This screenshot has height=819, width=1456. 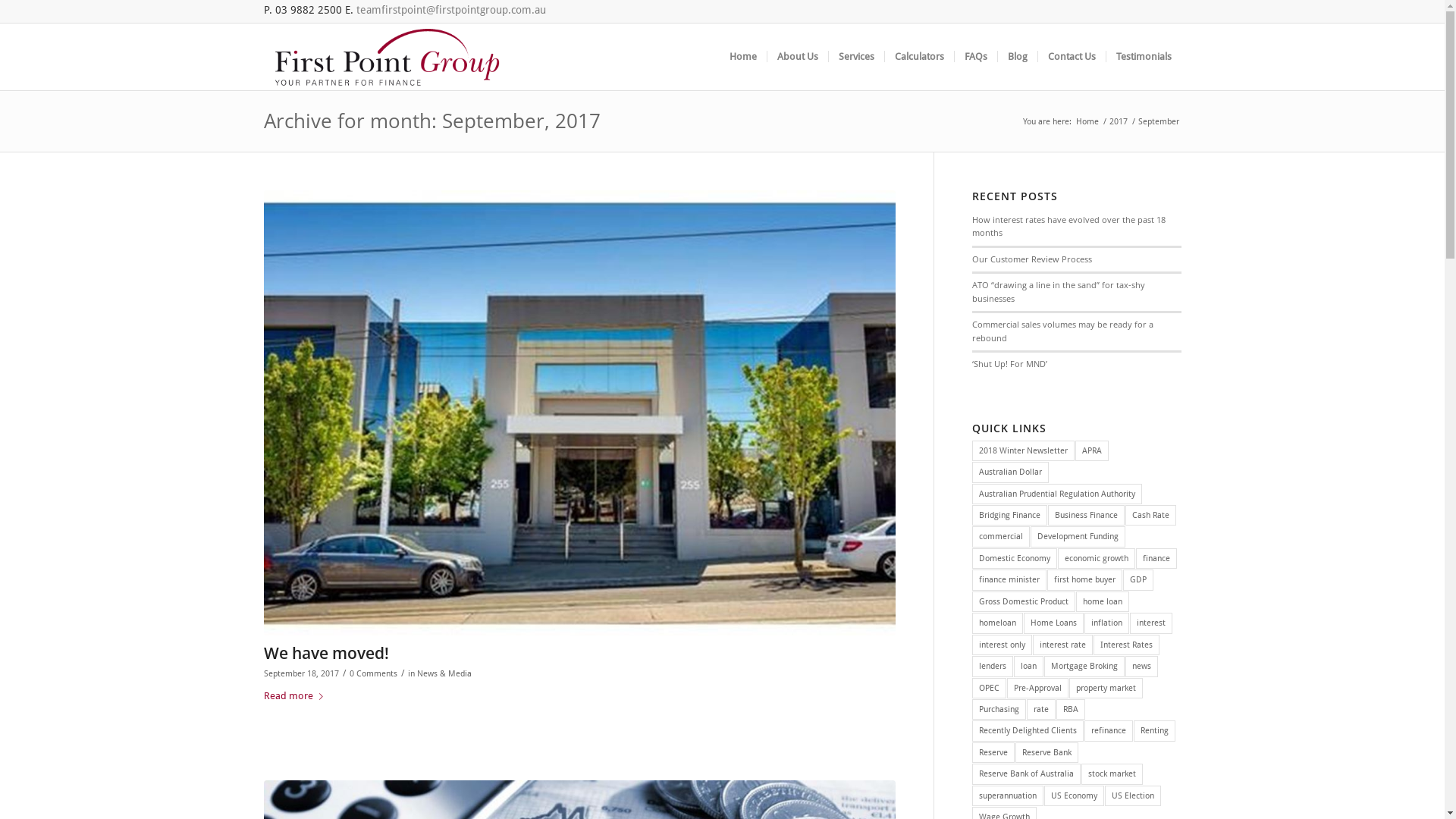 What do you see at coordinates (1026, 773) in the screenshot?
I see `'Reserve Bank of Australia'` at bounding box center [1026, 773].